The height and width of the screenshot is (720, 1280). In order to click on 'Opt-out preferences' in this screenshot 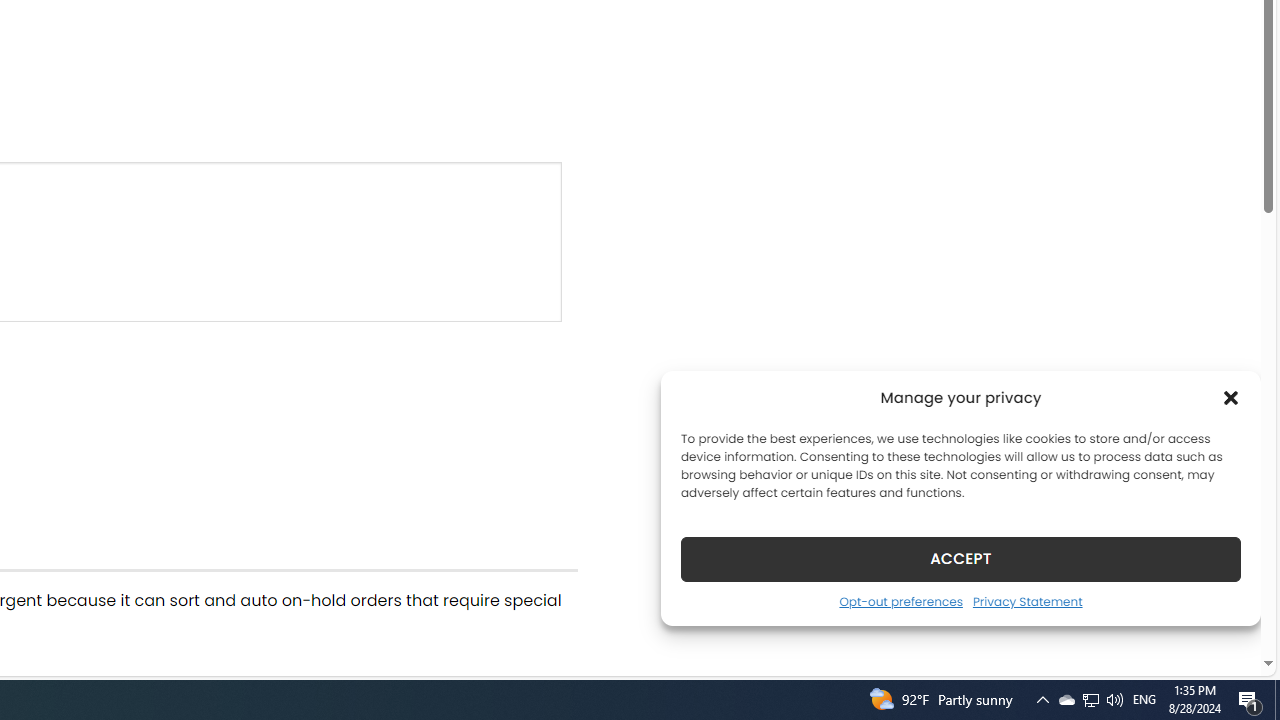, I will do `click(899, 600)`.